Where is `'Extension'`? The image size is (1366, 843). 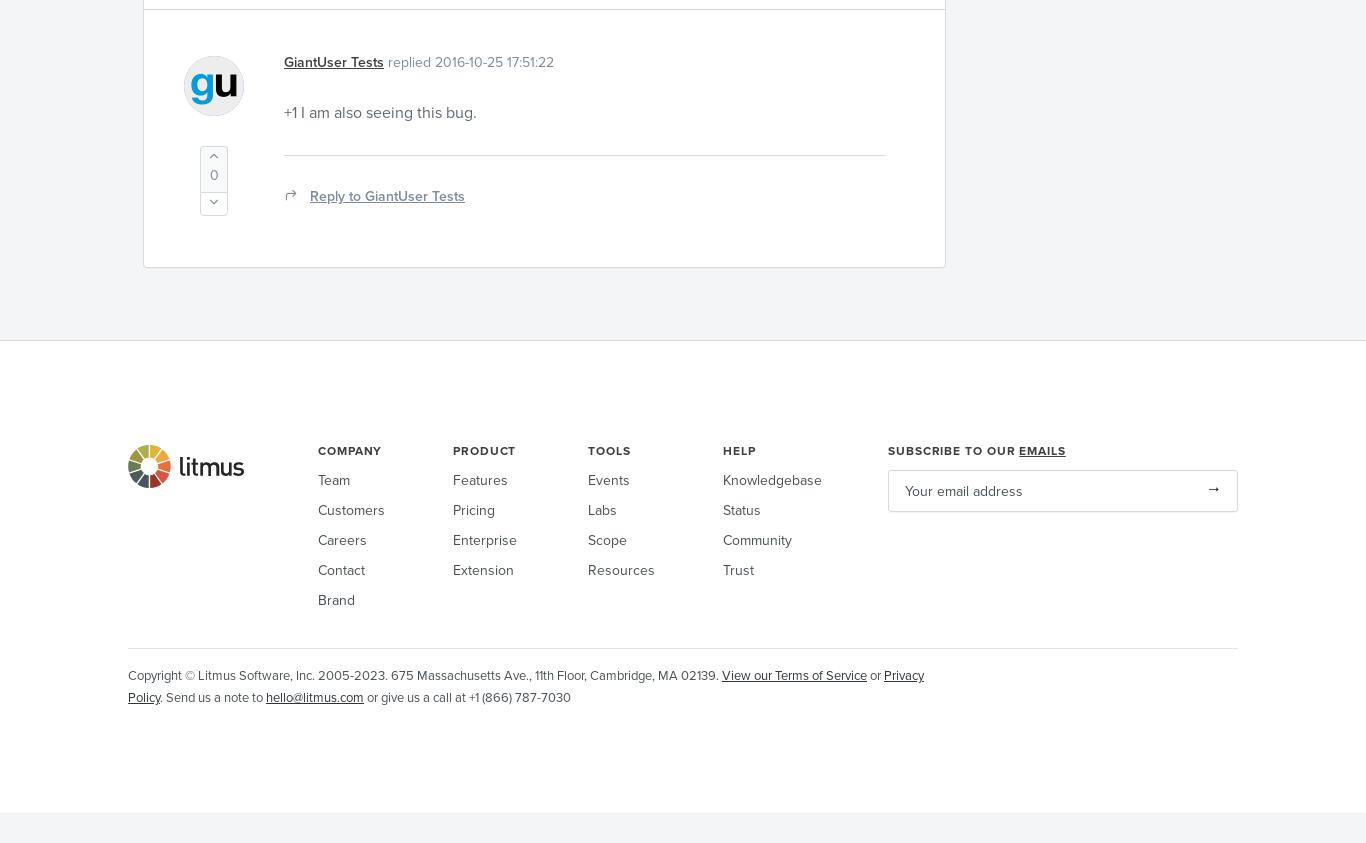
'Extension' is located at coordinates (483, 569).